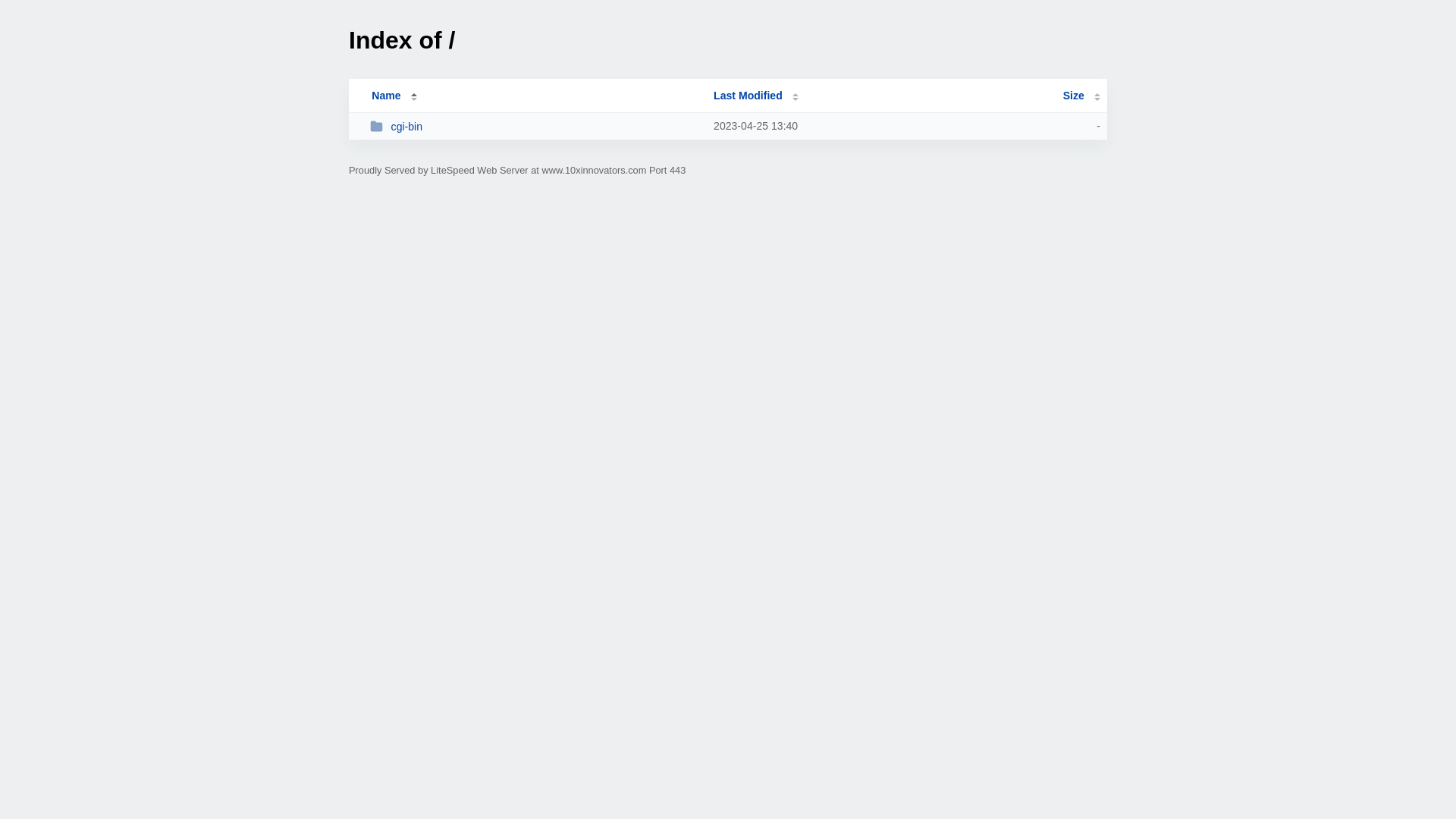  I want to click on 'Size', so click(1081, 96).